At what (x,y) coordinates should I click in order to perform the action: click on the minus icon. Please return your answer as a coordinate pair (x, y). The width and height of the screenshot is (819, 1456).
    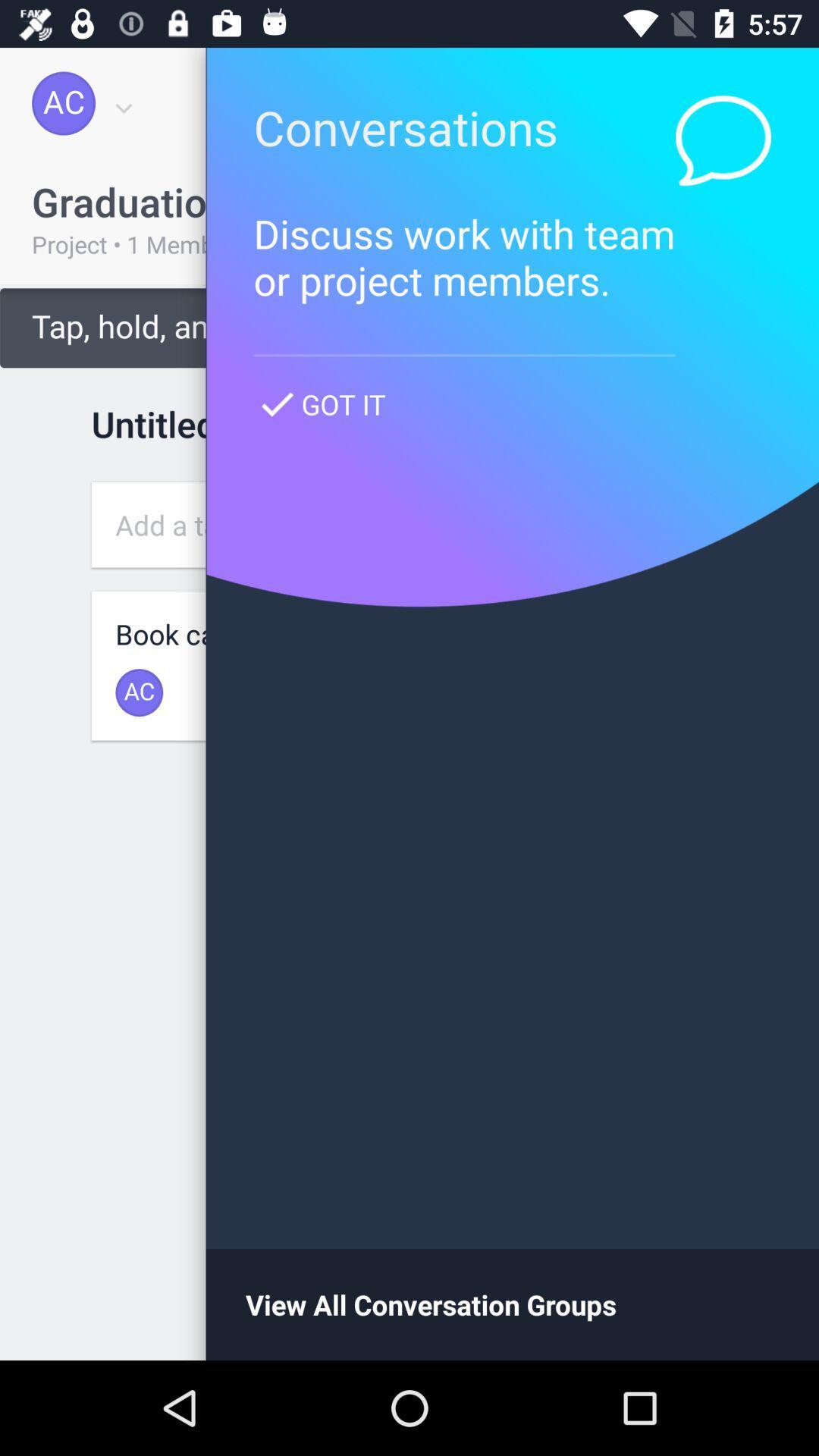
    Looking at the image, I should click on (726, 1264).